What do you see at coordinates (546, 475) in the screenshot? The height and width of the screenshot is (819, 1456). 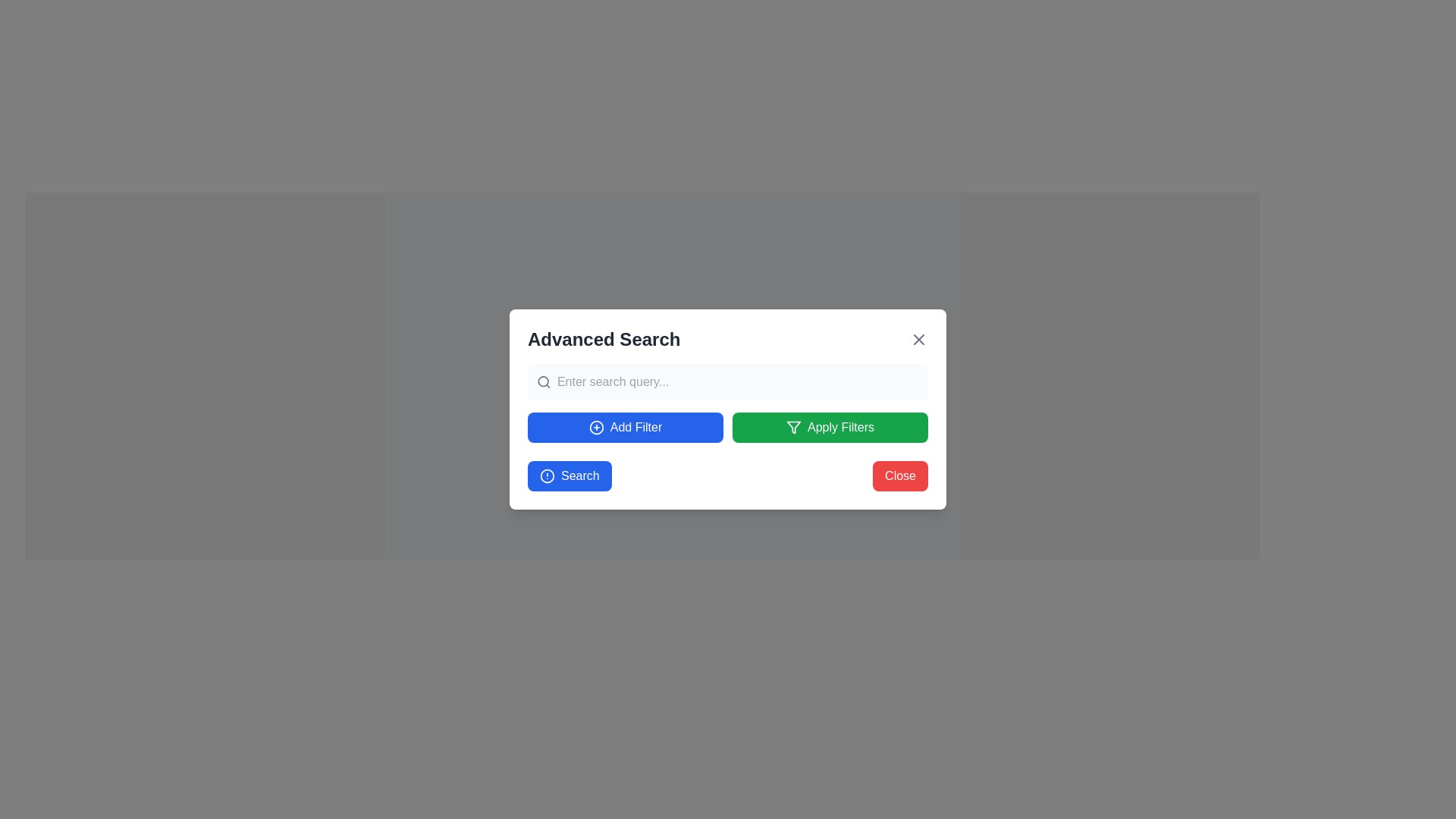 I see `the small circular icon with a thin white border and a central white dot, located within the blue 'Search' button at the bottom left of the 'Advanced Search' interface` at bounding box center [546, 475].